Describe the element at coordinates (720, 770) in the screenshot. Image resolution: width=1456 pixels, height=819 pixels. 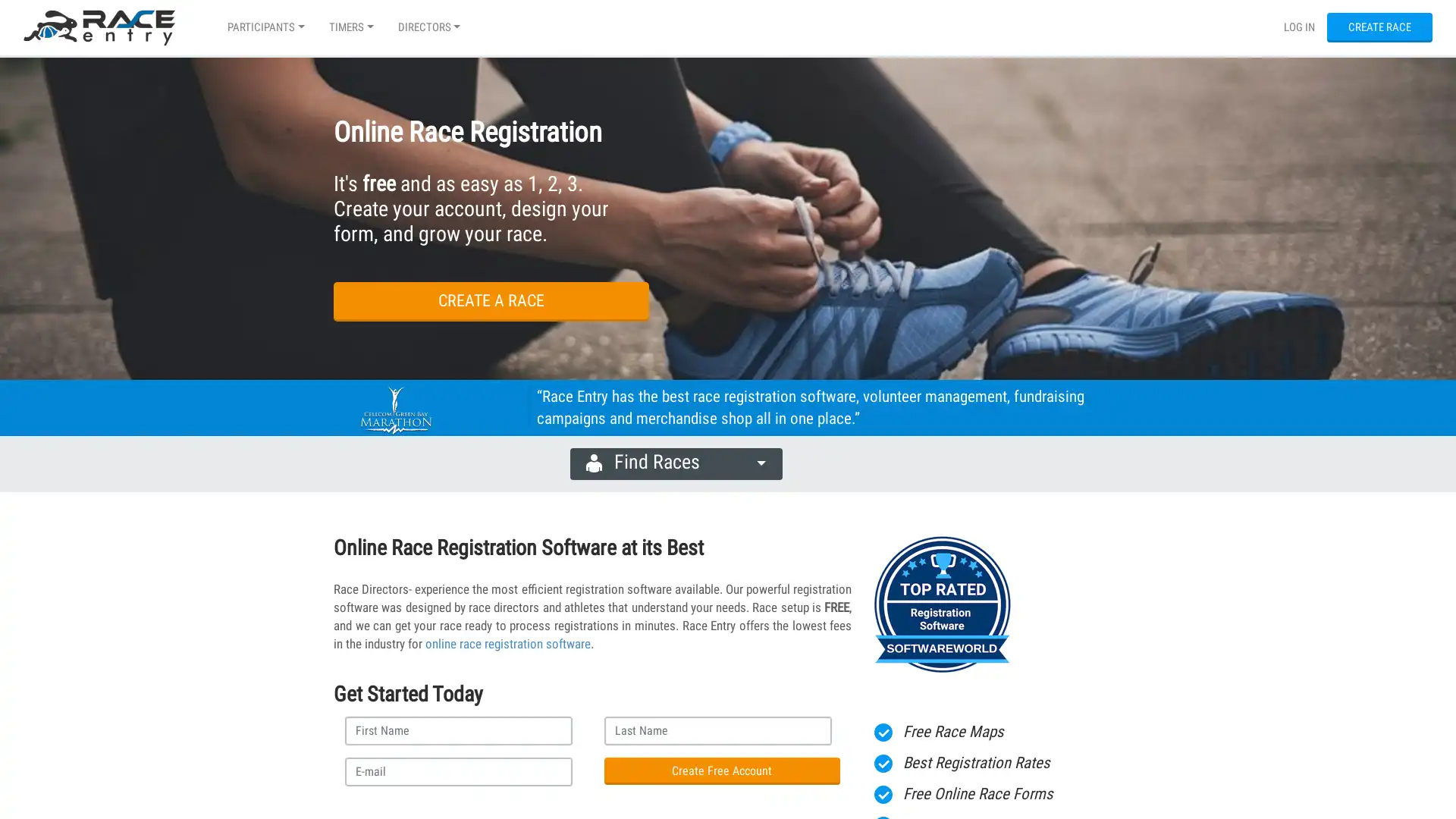
I see `Create Free Account` at that location.